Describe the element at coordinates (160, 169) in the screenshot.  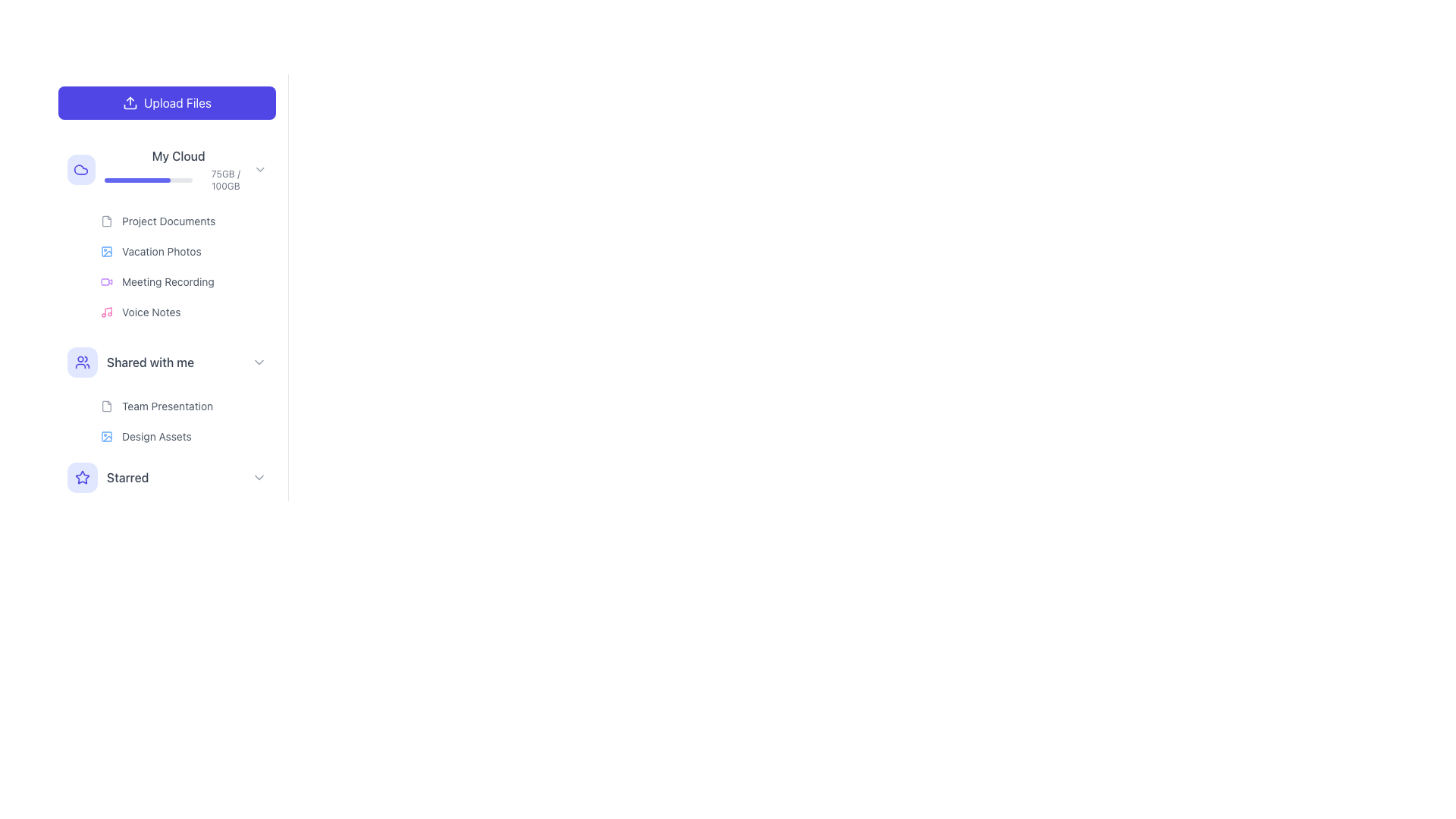
I see `the informational display component that shows the cloud icon, the text 'My Cloud', and a progress bar indicating '75GB / 100GB'` at that location.